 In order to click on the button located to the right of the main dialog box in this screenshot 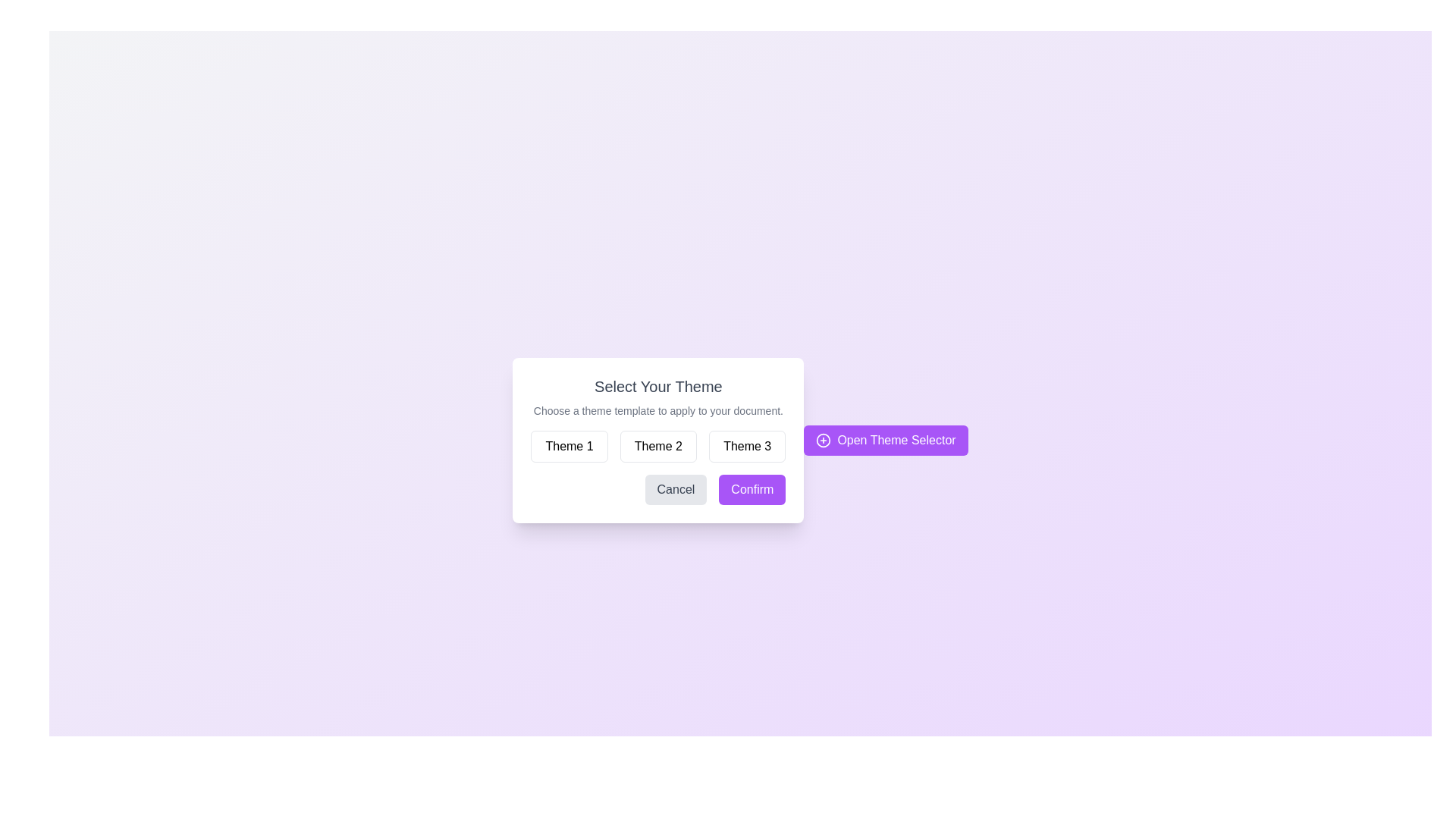, I will do `click(885, 441)`.